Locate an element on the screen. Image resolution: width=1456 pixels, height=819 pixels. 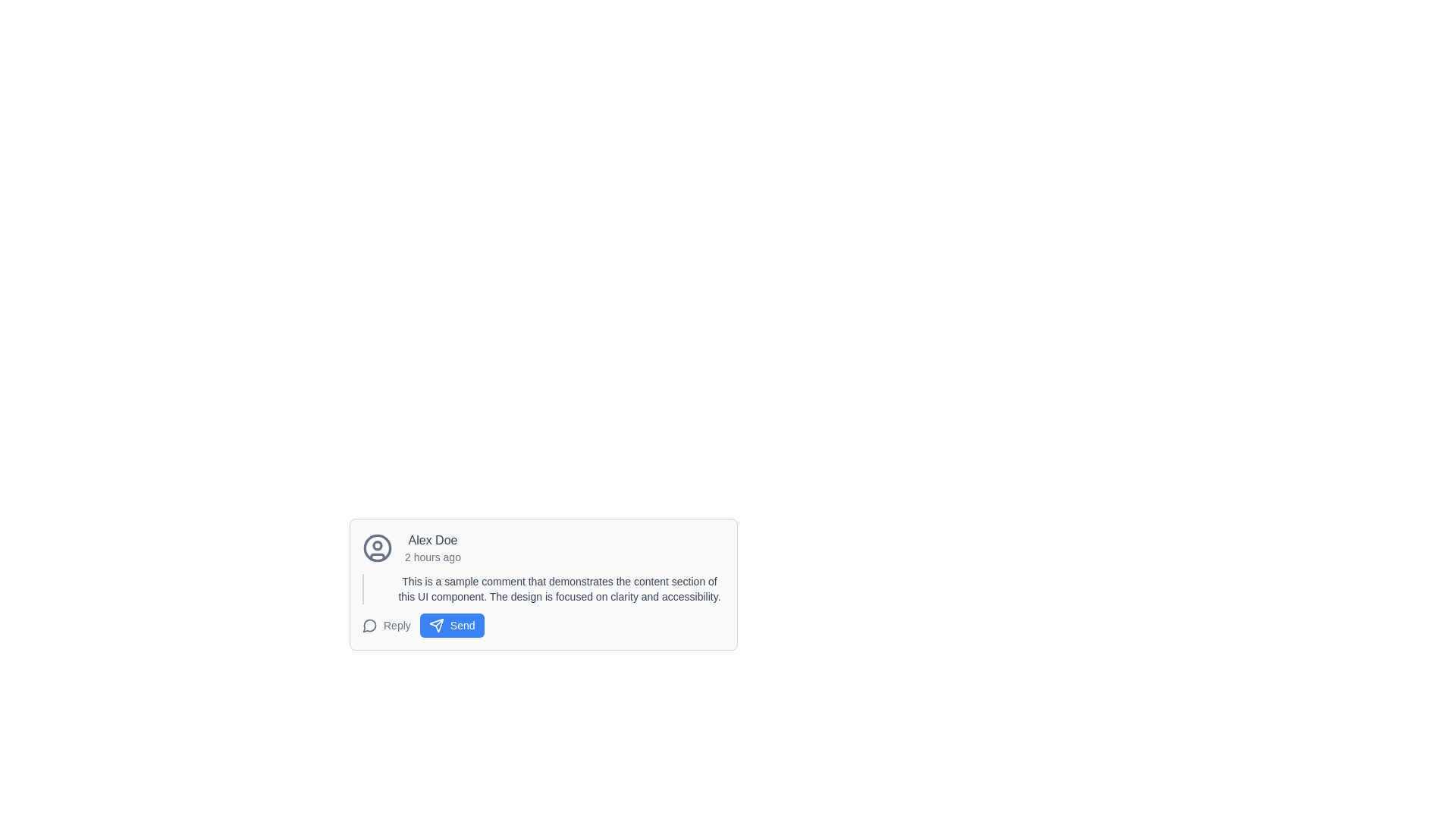
the 'Send' text label which is styled in white text over a blue background within a rounded button at the bottom of a comment box is located at coordinates (462, 626).